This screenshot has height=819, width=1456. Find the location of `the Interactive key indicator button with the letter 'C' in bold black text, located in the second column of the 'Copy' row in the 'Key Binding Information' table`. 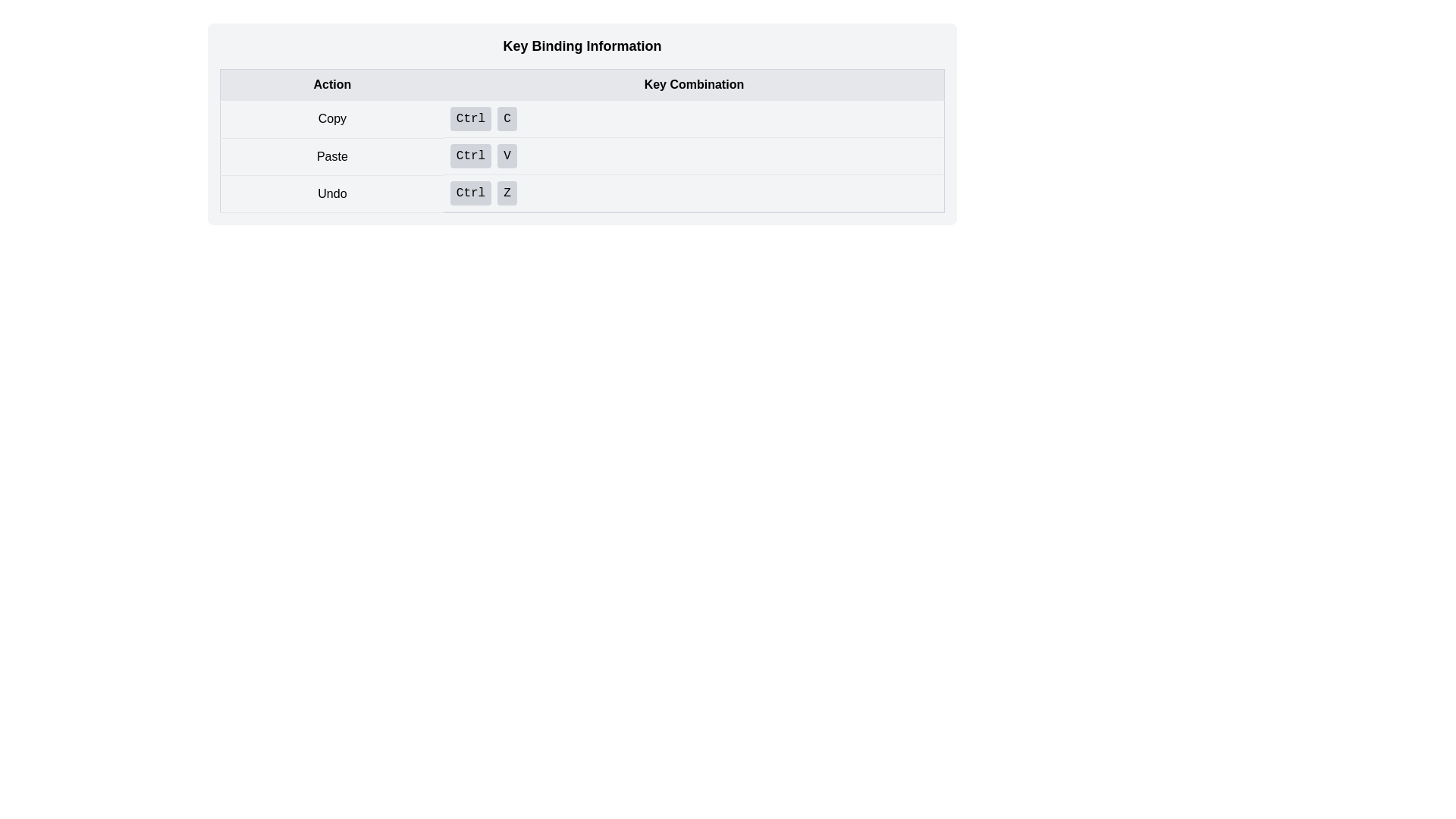

the Interactive key indicator button with the letter 'C' in bold black text, located in the second column of the 'Copy' row in the 'Key Binding Information' table is located at coordinates (507, 118).